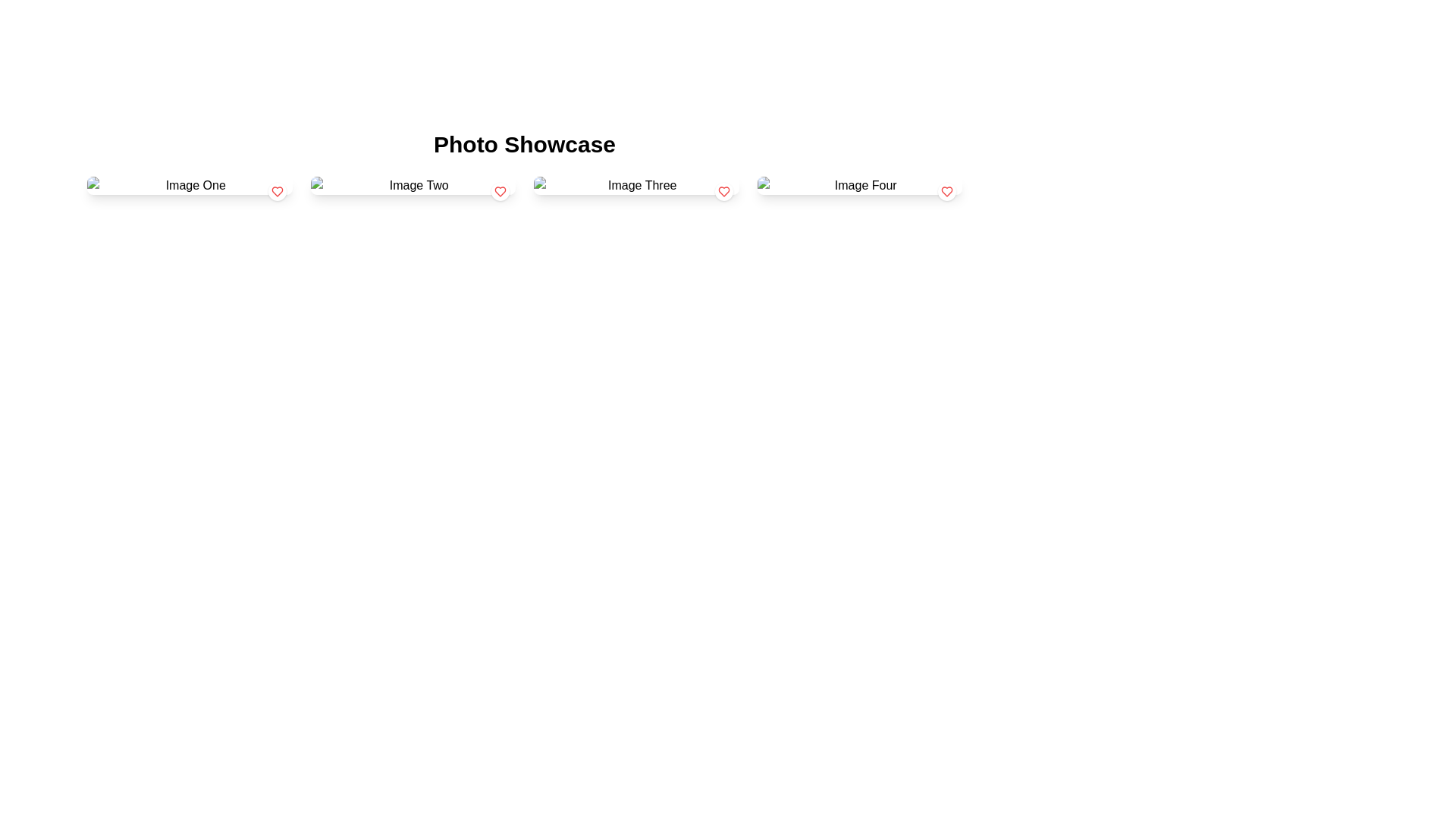 Image resolution: width=1456 pixels, height=819 pixels. What do you see at coordinates (946, 191) in the screenshot?
I see `the heart-shaped SVG icon button located at the far right of the image gallery to mark it as favorite` at bounding box center [946, 191].